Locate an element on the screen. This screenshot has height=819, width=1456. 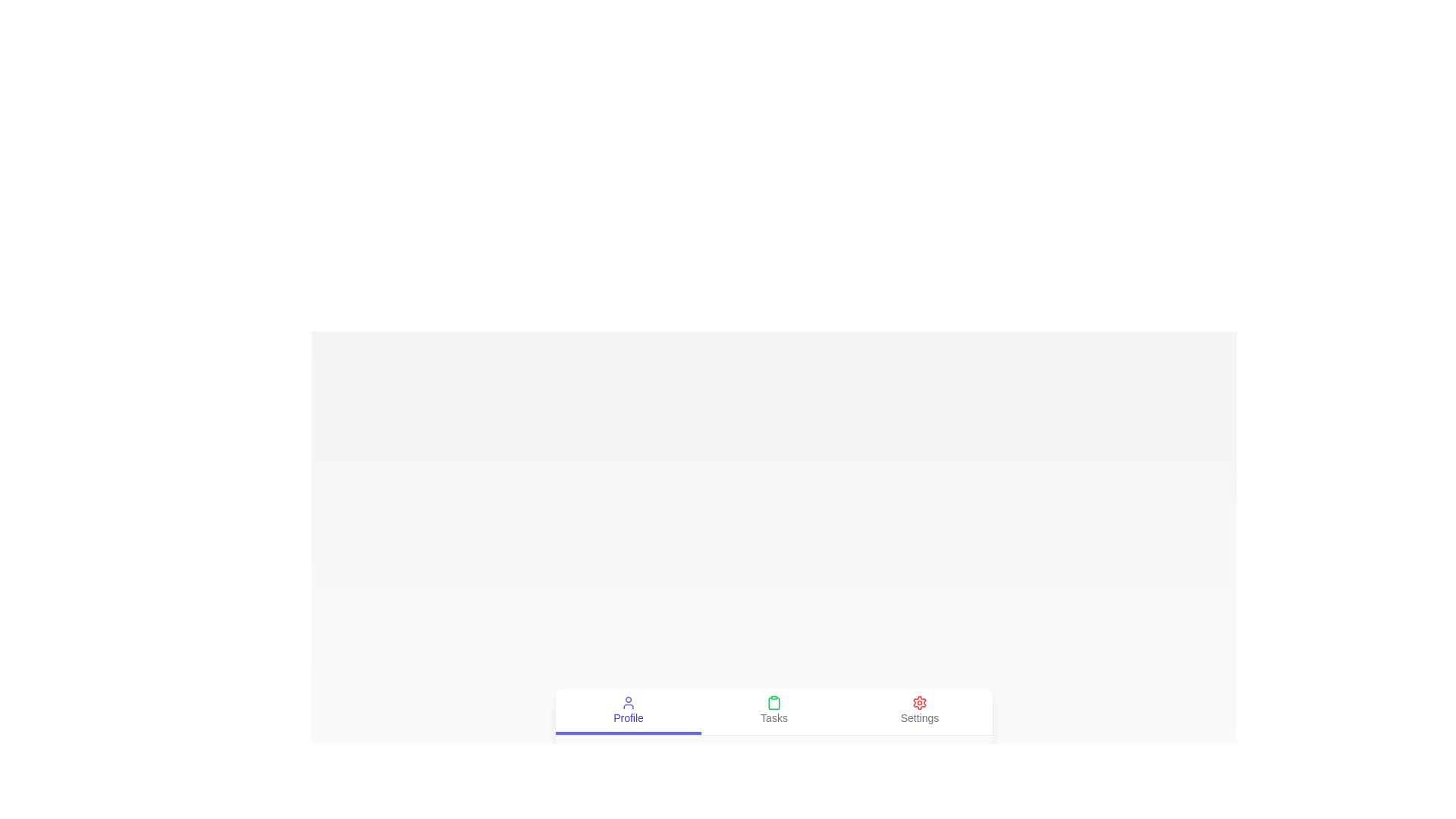
the tab labeled Profile by clicking on it is located at coordinates (629, 711).